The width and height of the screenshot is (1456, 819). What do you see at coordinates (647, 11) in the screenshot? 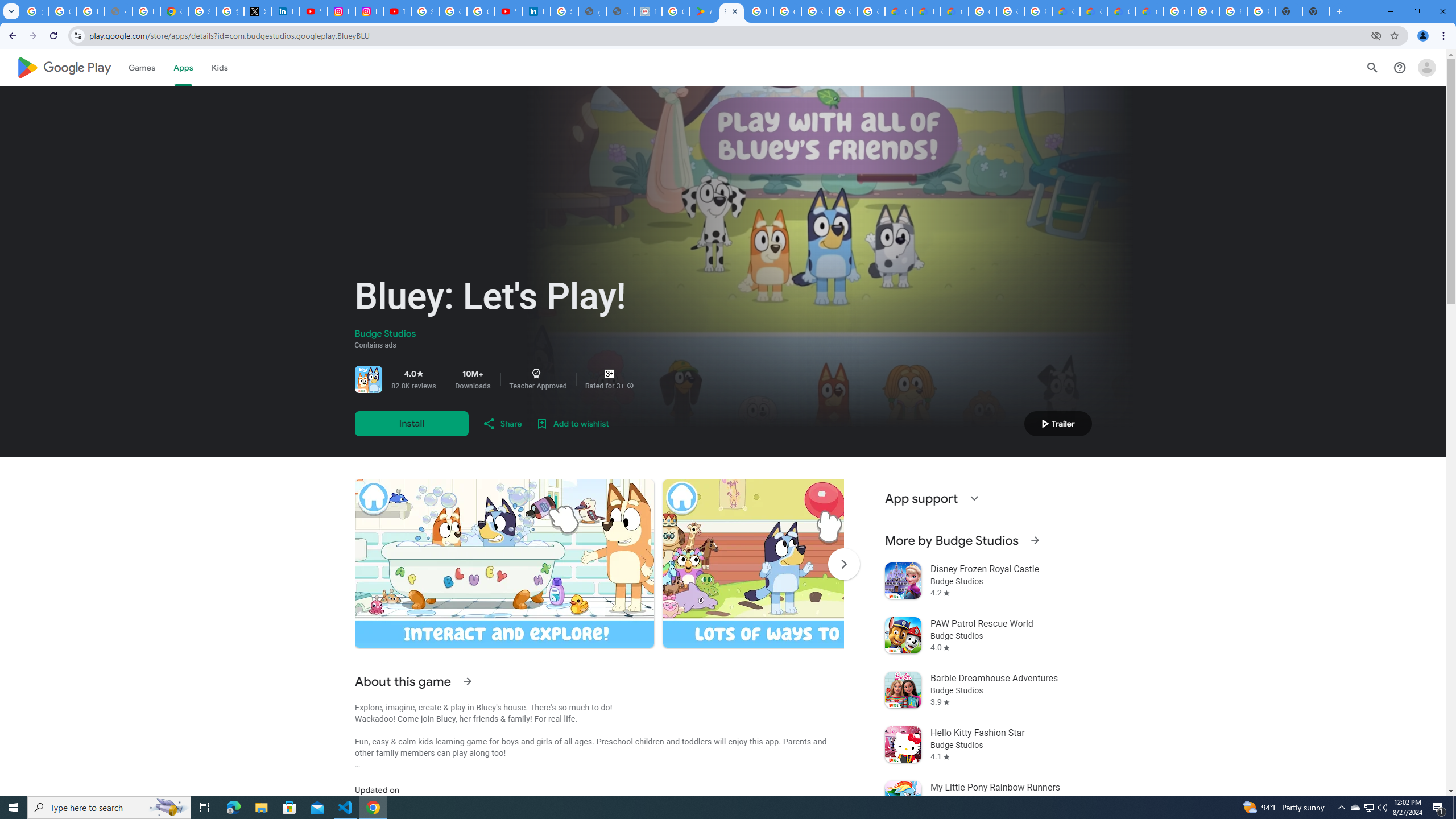
I see `'Data Privacy Framework'` at bounding box center [647, 11].